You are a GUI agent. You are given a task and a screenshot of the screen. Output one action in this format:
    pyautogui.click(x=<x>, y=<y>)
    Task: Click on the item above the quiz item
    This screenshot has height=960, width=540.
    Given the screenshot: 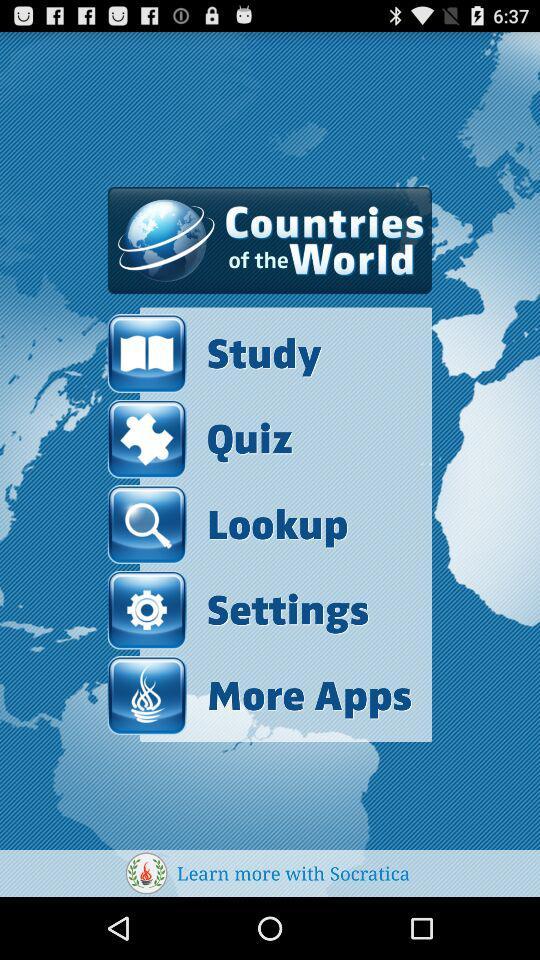 What is the action you would take?
    pyautogui.click(x=259, y=353)
    